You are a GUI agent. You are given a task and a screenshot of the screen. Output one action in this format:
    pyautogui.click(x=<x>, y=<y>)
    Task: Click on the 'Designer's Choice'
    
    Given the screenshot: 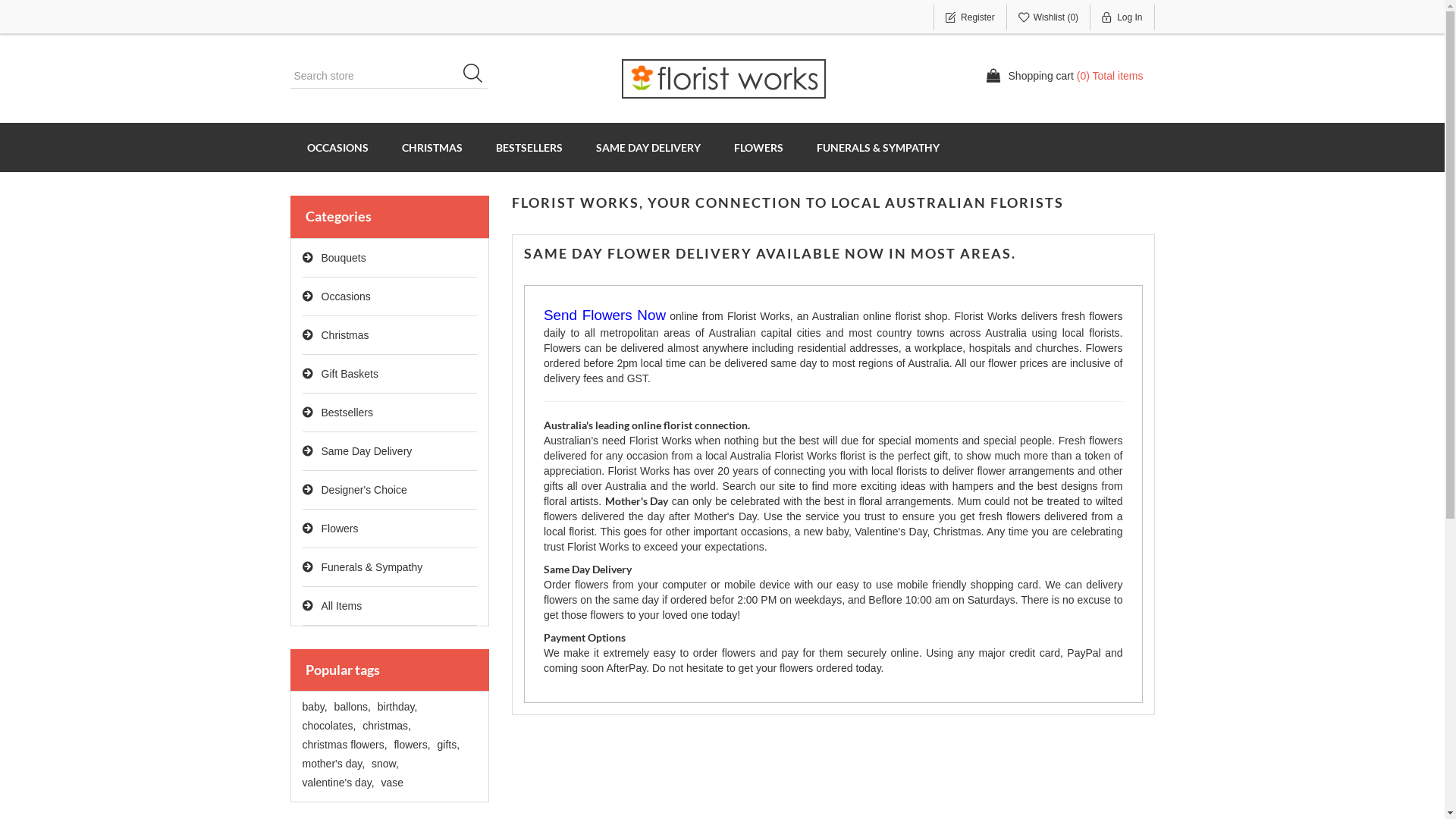 What is the action you would take?
    pyautogui.click(x=389, y=490)
    